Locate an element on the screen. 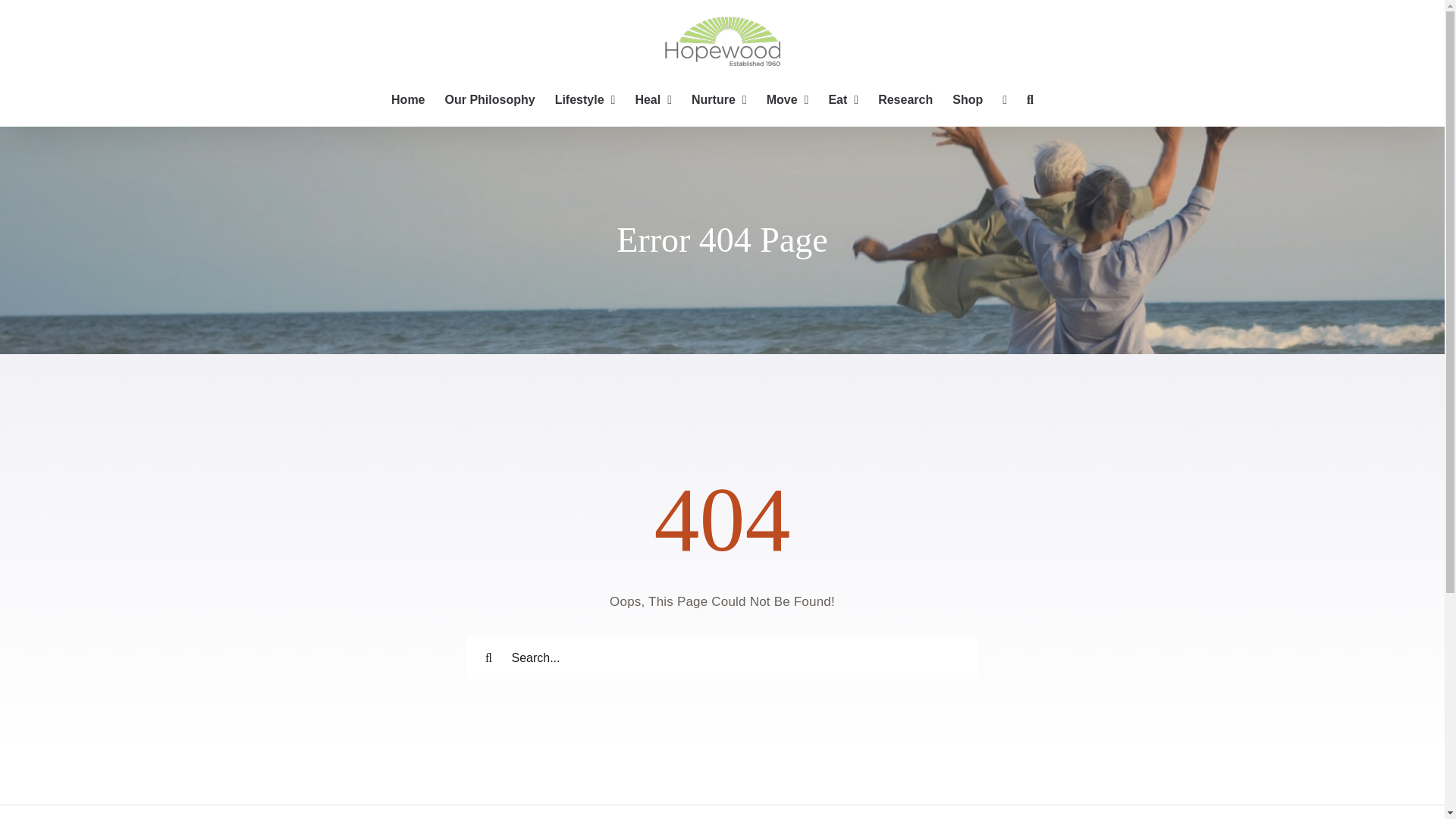 Image resolution: width=1456 pixels, height=819 pixels. 'Lifestyle' is located at coordinates (585, 99).